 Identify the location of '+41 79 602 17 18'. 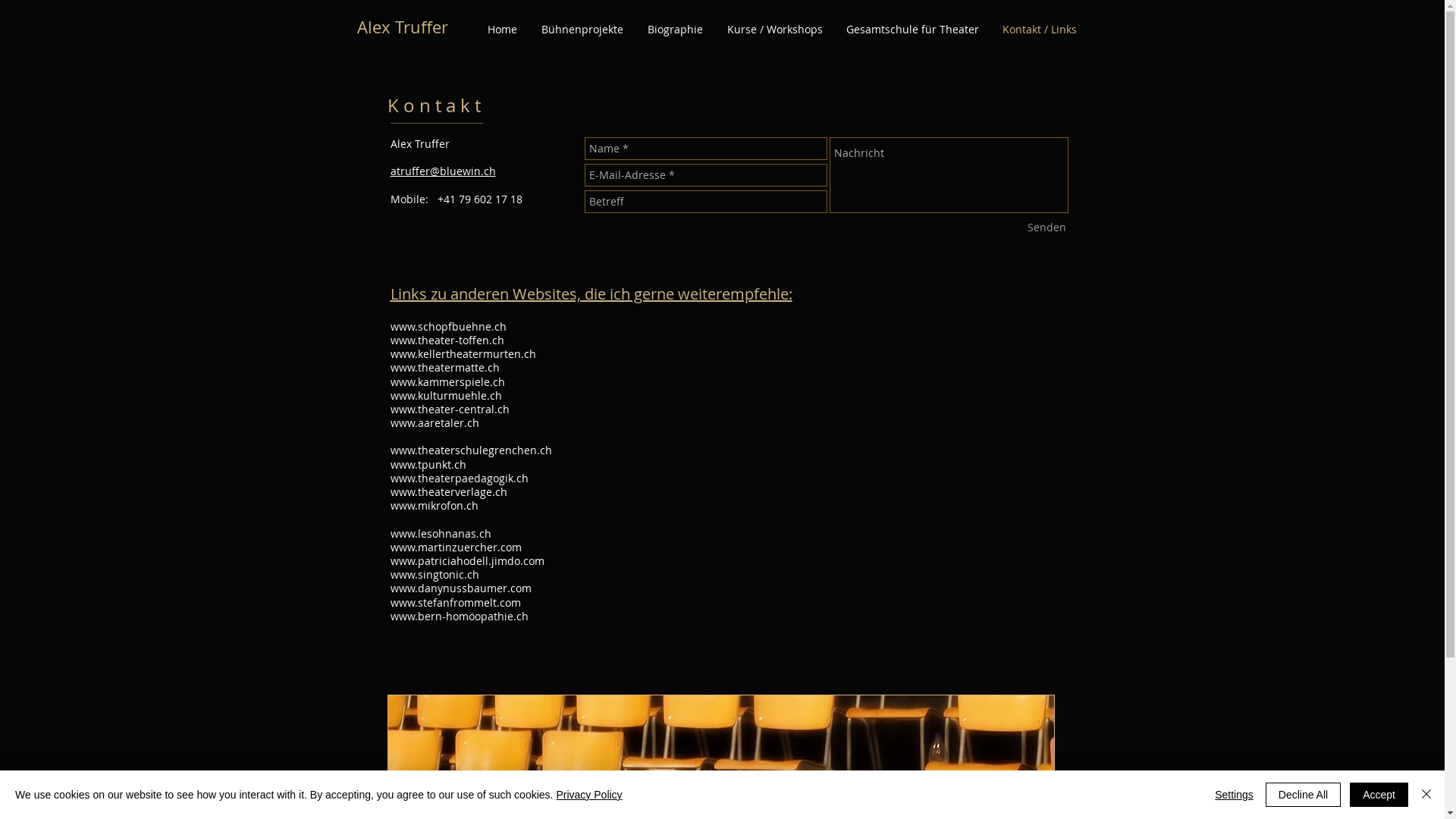
(432, 198).